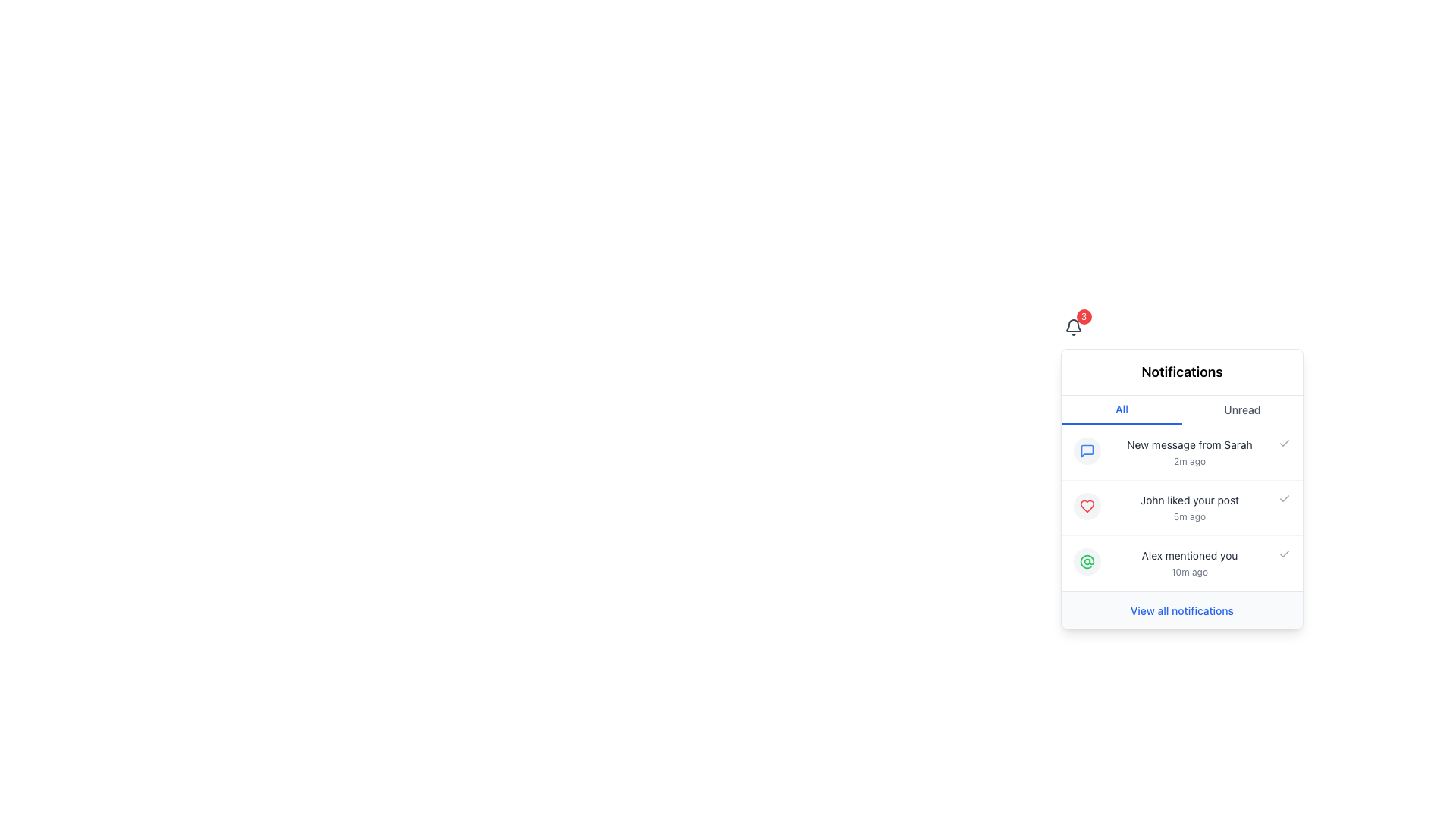 This screenshot has height=819, width=1456. Describe the element at coordinates (1087, 506) in the screenshot. I see `the heart icon located in the notification panel to like or unlike an item` at that location.